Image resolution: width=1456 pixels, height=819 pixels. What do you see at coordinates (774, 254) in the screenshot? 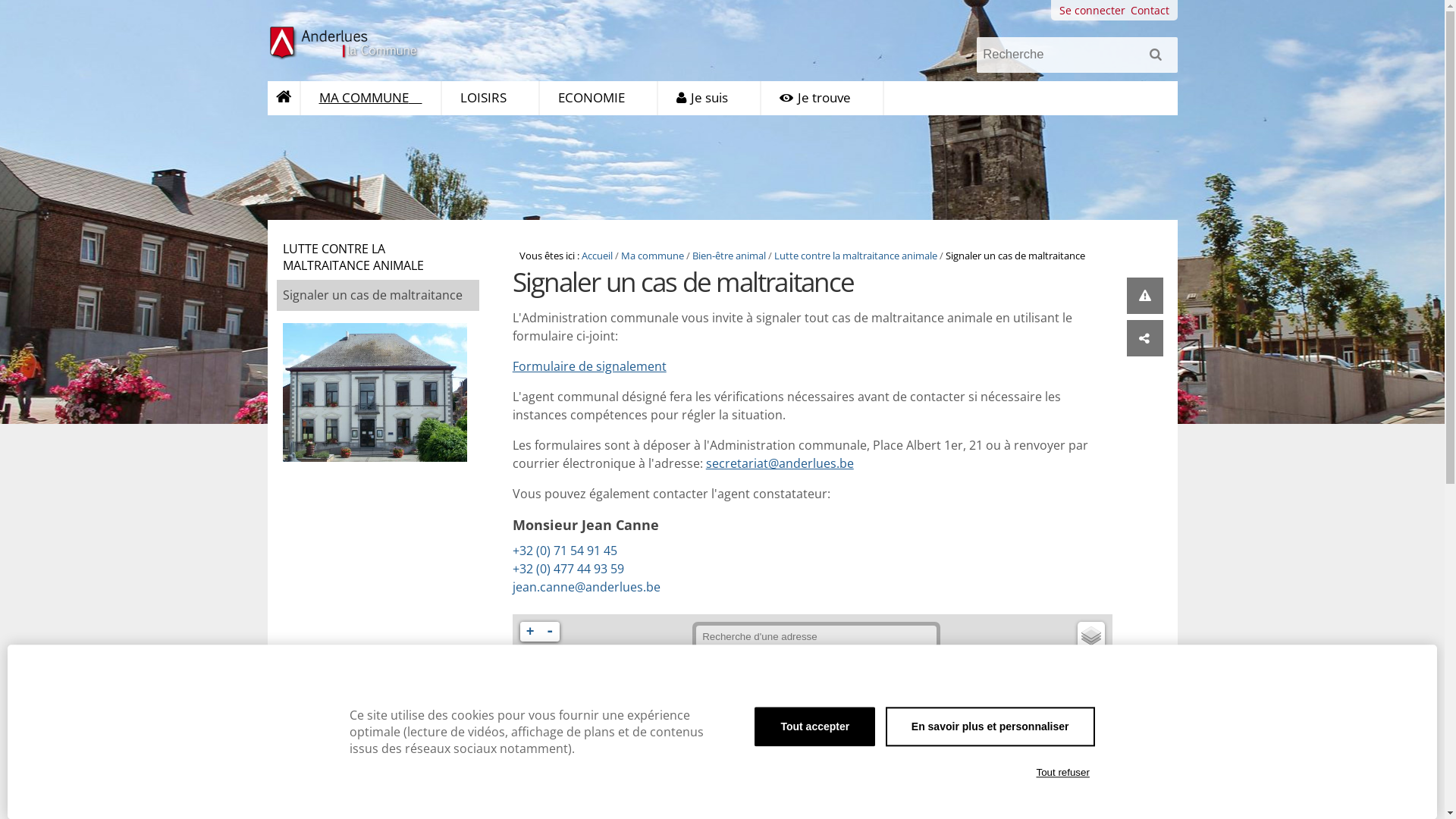
I see `'Lutte contre la maltraitance animale'` at bounding box center [774, 254].